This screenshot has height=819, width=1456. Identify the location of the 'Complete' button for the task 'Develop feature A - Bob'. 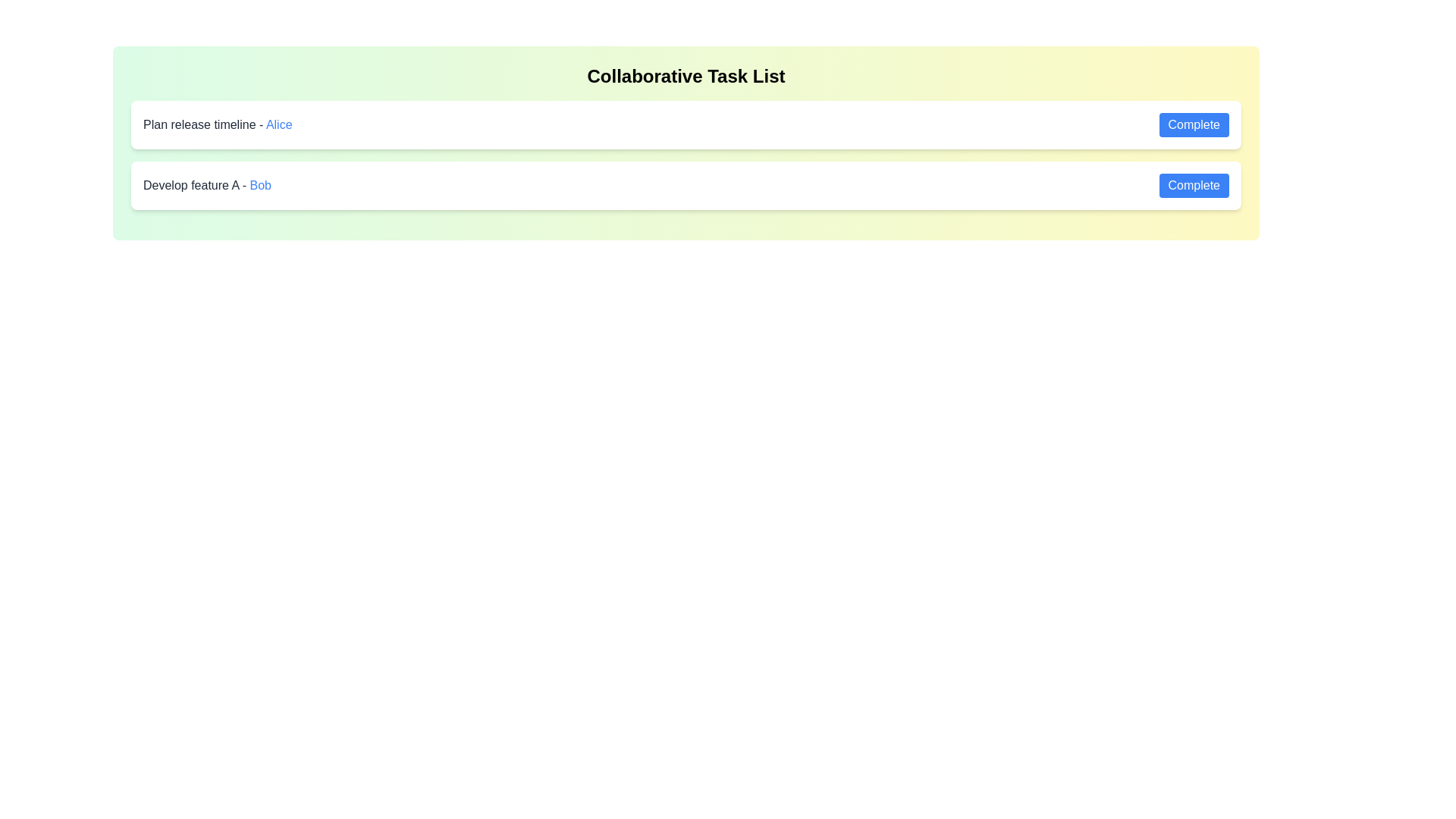
(1193, 185).